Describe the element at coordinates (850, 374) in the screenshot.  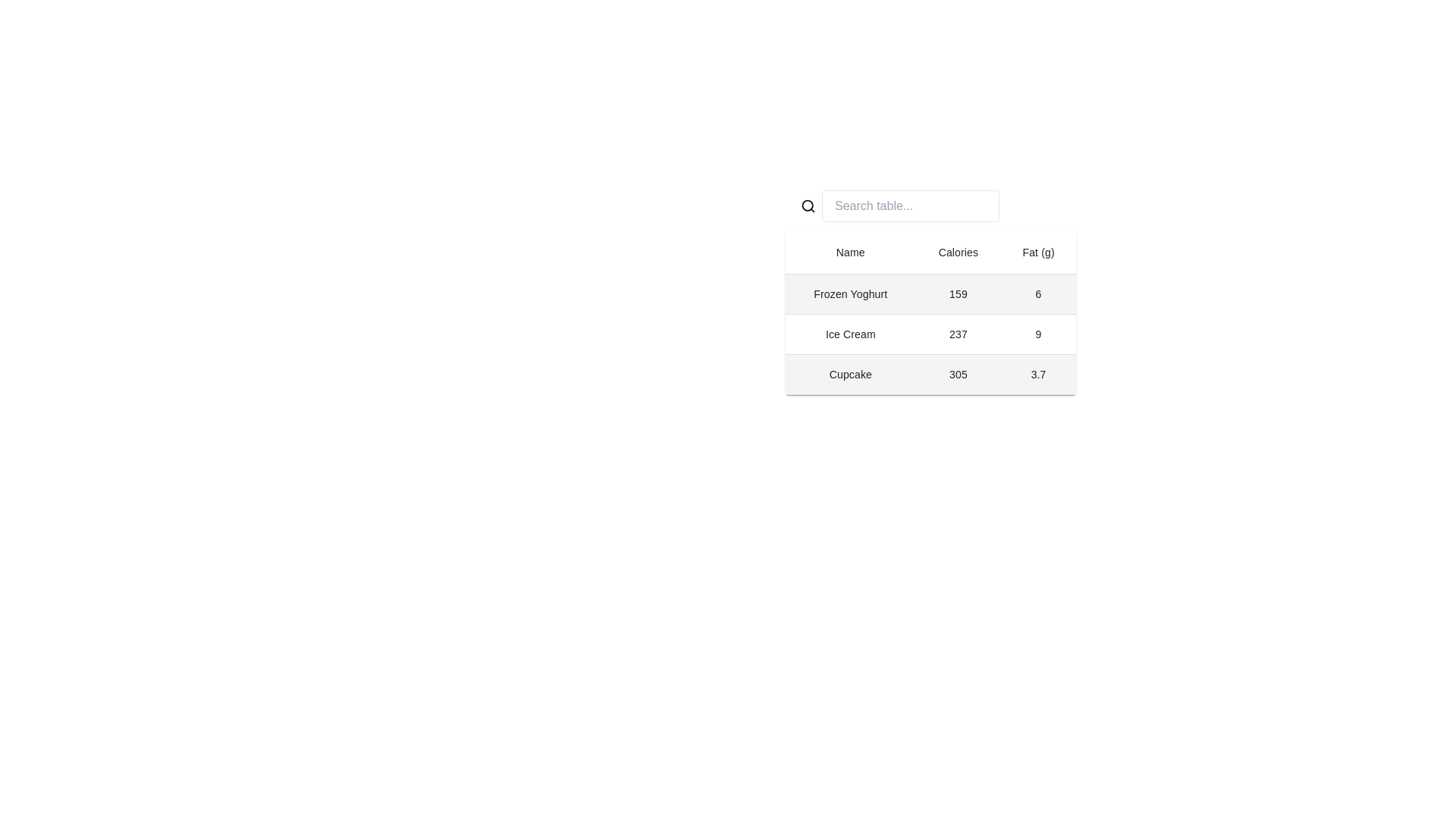
I see `the table cell displaying the text 'Cupcake'` at that location.